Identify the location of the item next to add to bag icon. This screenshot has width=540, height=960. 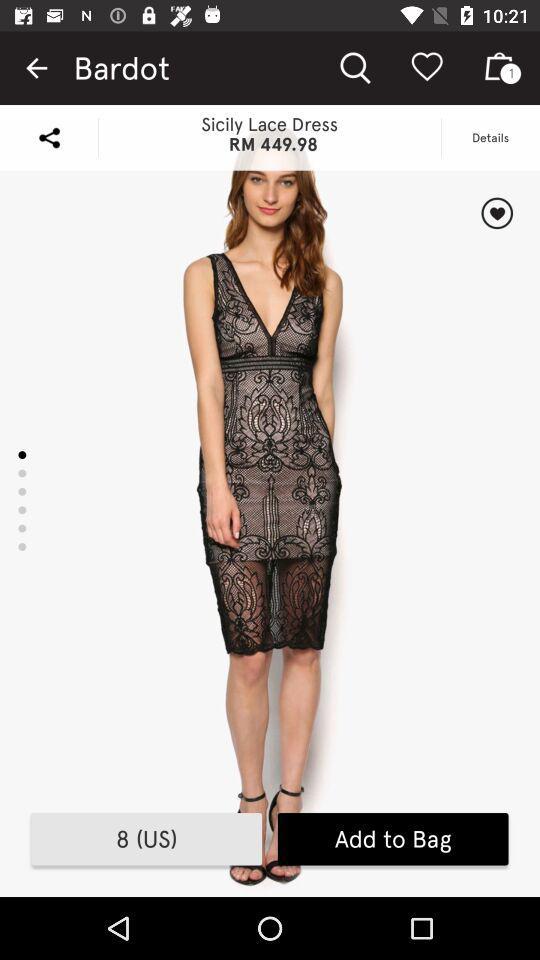
(145, 839).